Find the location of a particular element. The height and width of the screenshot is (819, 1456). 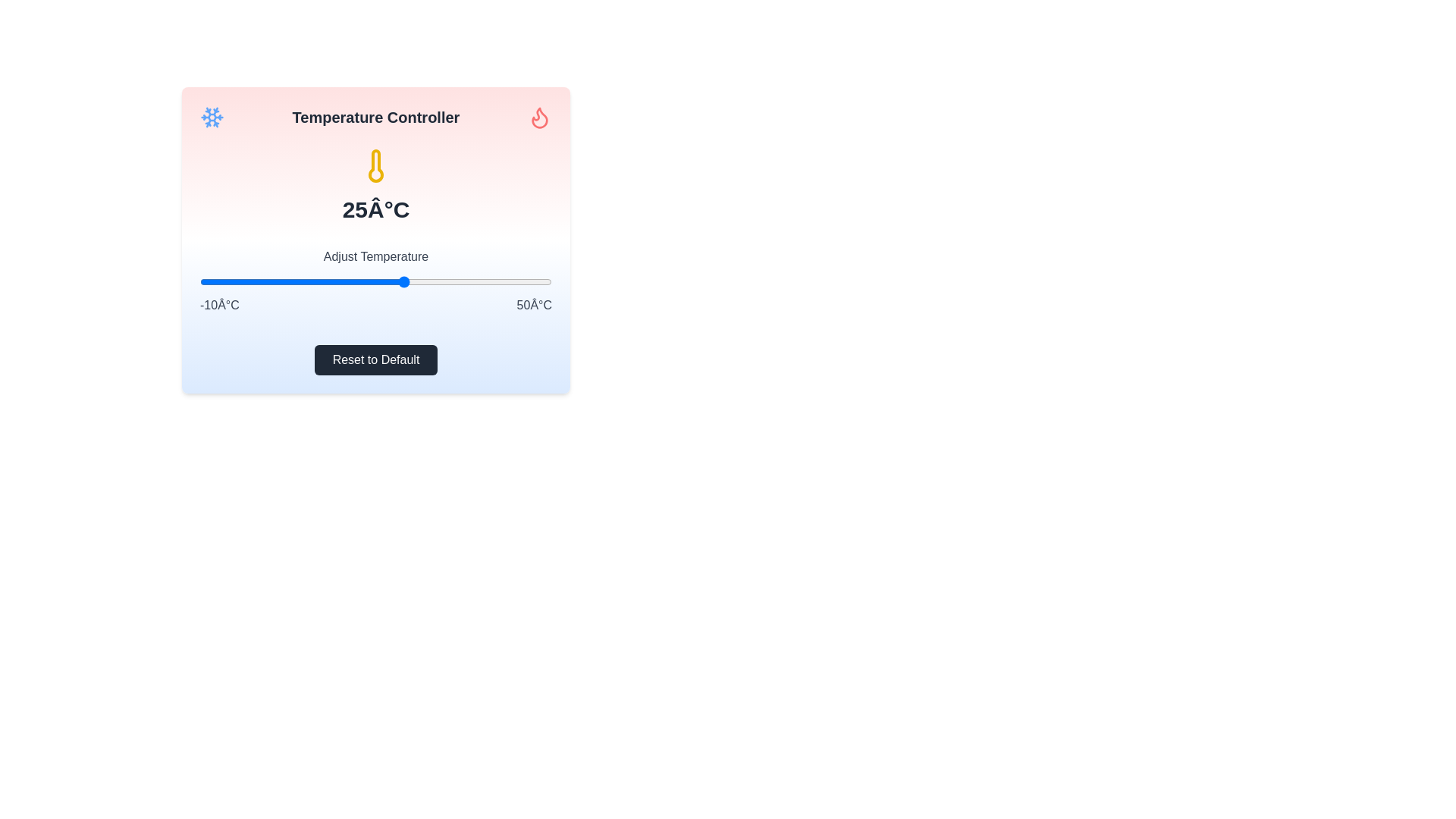

the temperature to 19°C using the slider is located at coordinates (370, 281).